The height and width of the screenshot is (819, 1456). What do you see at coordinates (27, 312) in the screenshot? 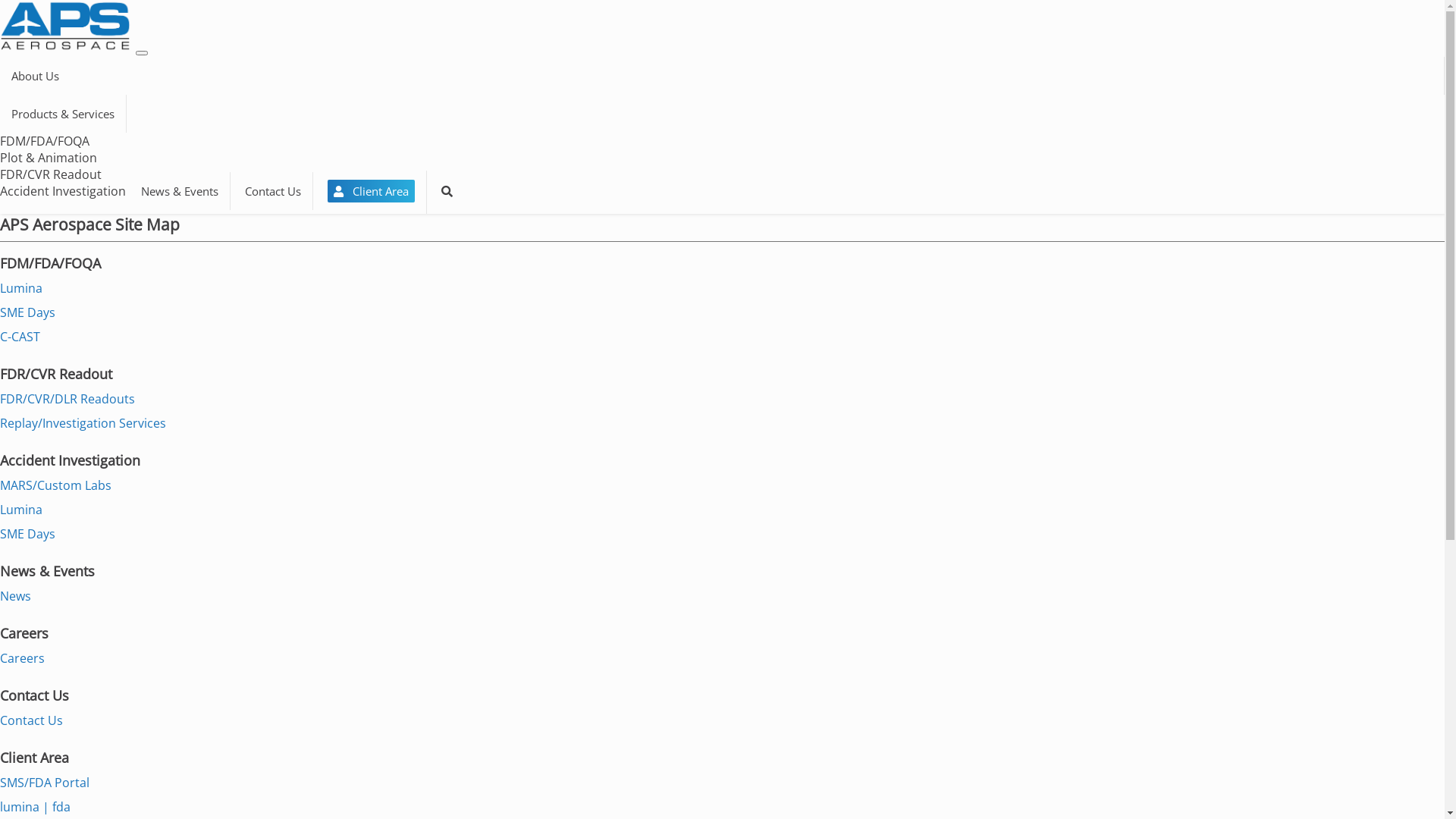
I see `'SME Days'` at bounding box center [27, 312].